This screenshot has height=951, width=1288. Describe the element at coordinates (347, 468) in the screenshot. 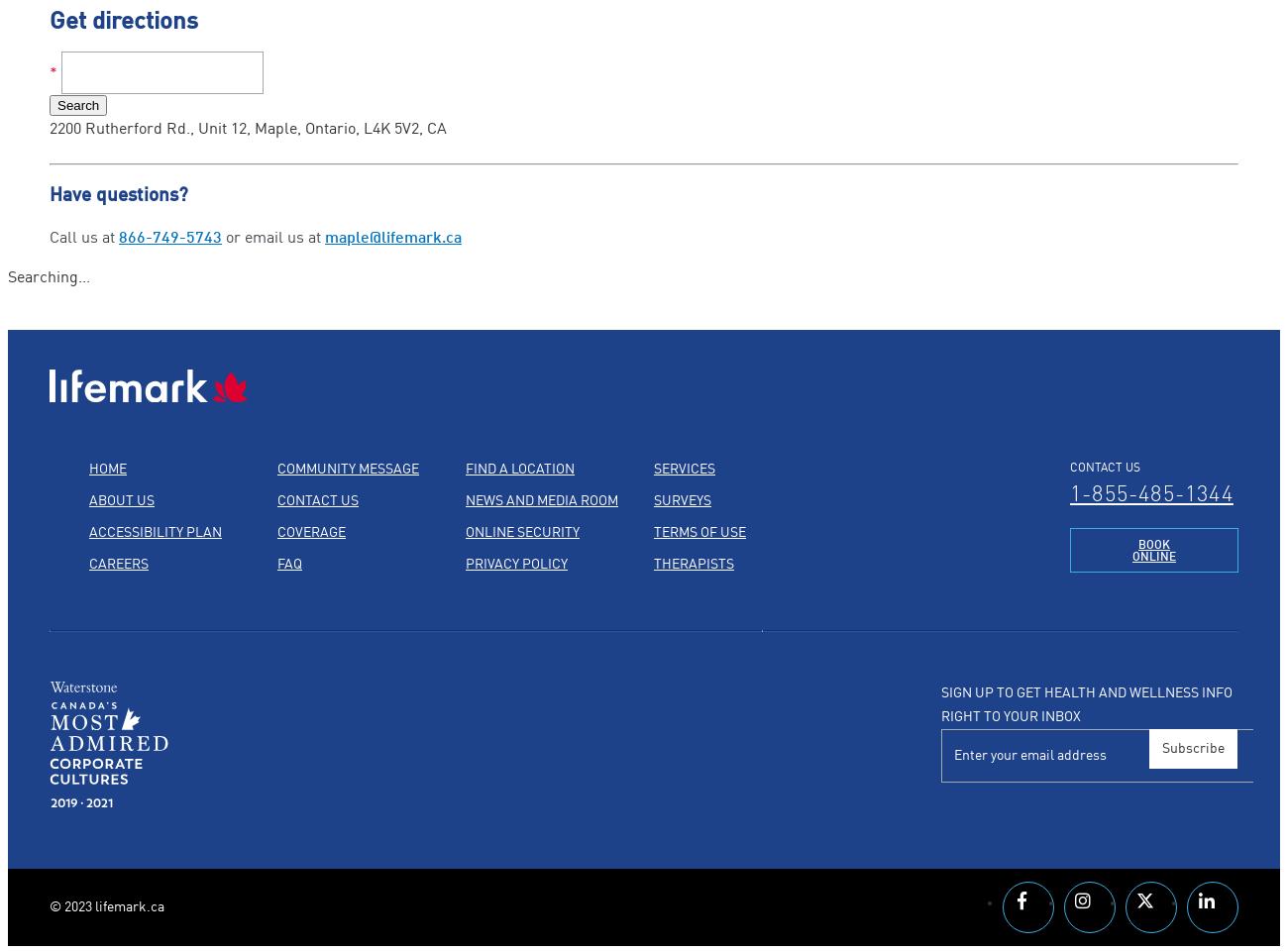

I see `'Community Message'` at that location.